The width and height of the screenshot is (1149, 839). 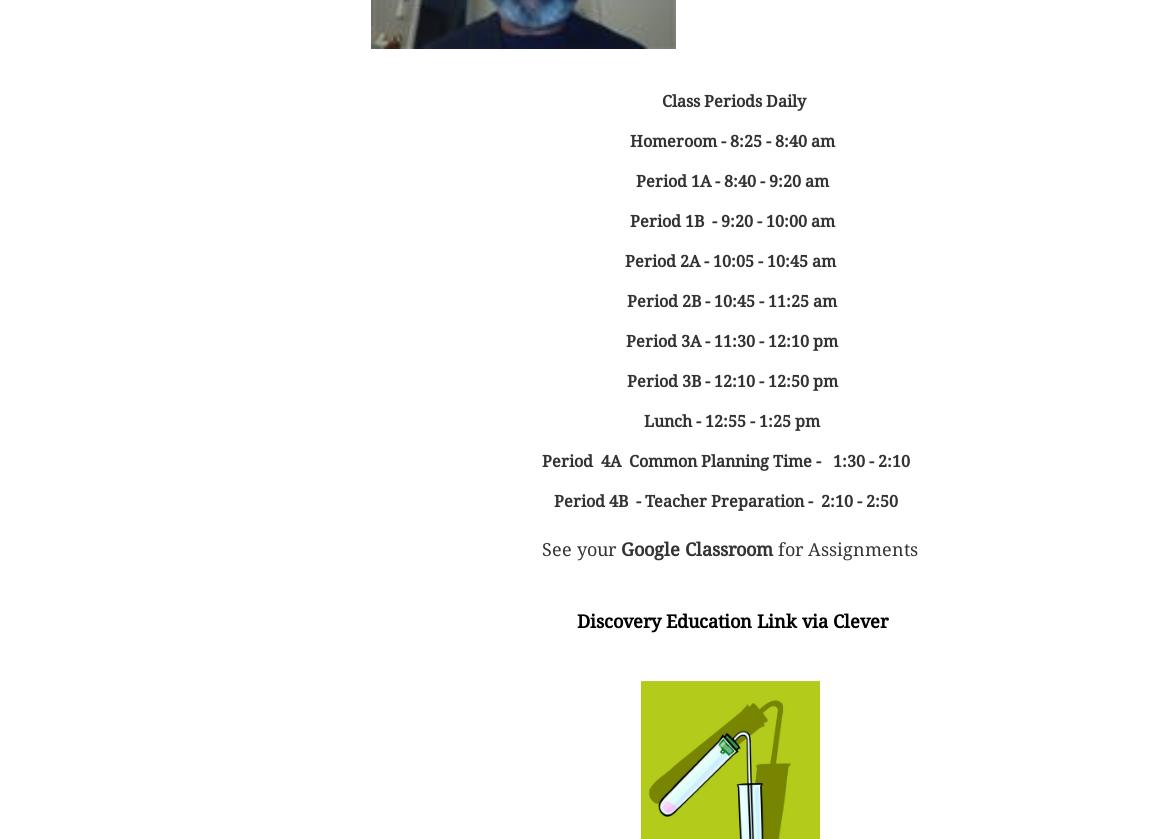 What do you see at coordinates (732, 499) in the screenshot?
I see `'Period 4B  - Teacher Preparation -  2:10 - 2:50'` at bounding box center [732, 499].